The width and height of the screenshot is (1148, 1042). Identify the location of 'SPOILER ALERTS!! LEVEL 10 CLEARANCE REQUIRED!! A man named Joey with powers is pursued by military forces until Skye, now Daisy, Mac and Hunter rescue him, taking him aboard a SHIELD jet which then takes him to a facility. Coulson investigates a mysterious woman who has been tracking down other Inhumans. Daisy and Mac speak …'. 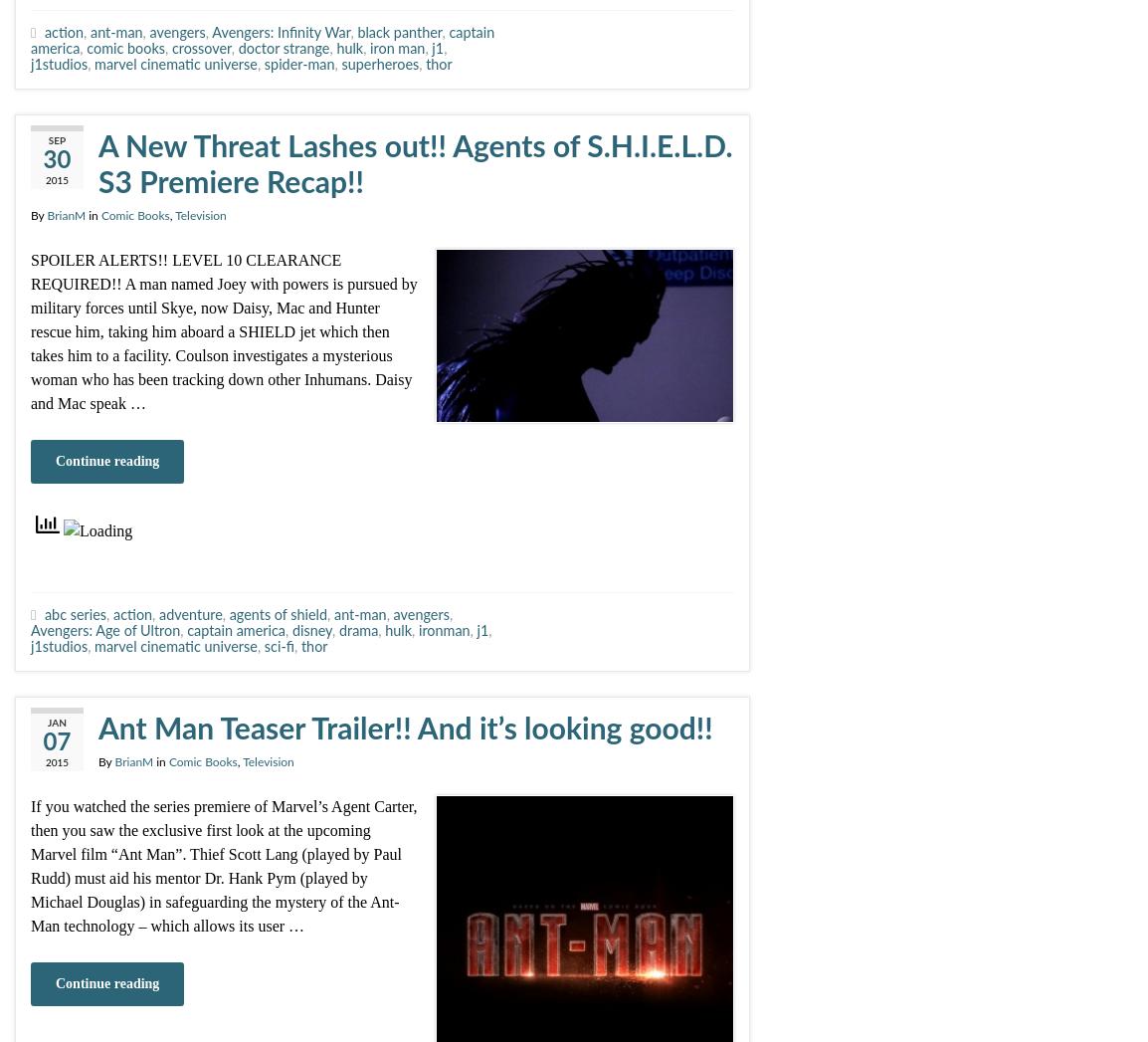
(223, 330).